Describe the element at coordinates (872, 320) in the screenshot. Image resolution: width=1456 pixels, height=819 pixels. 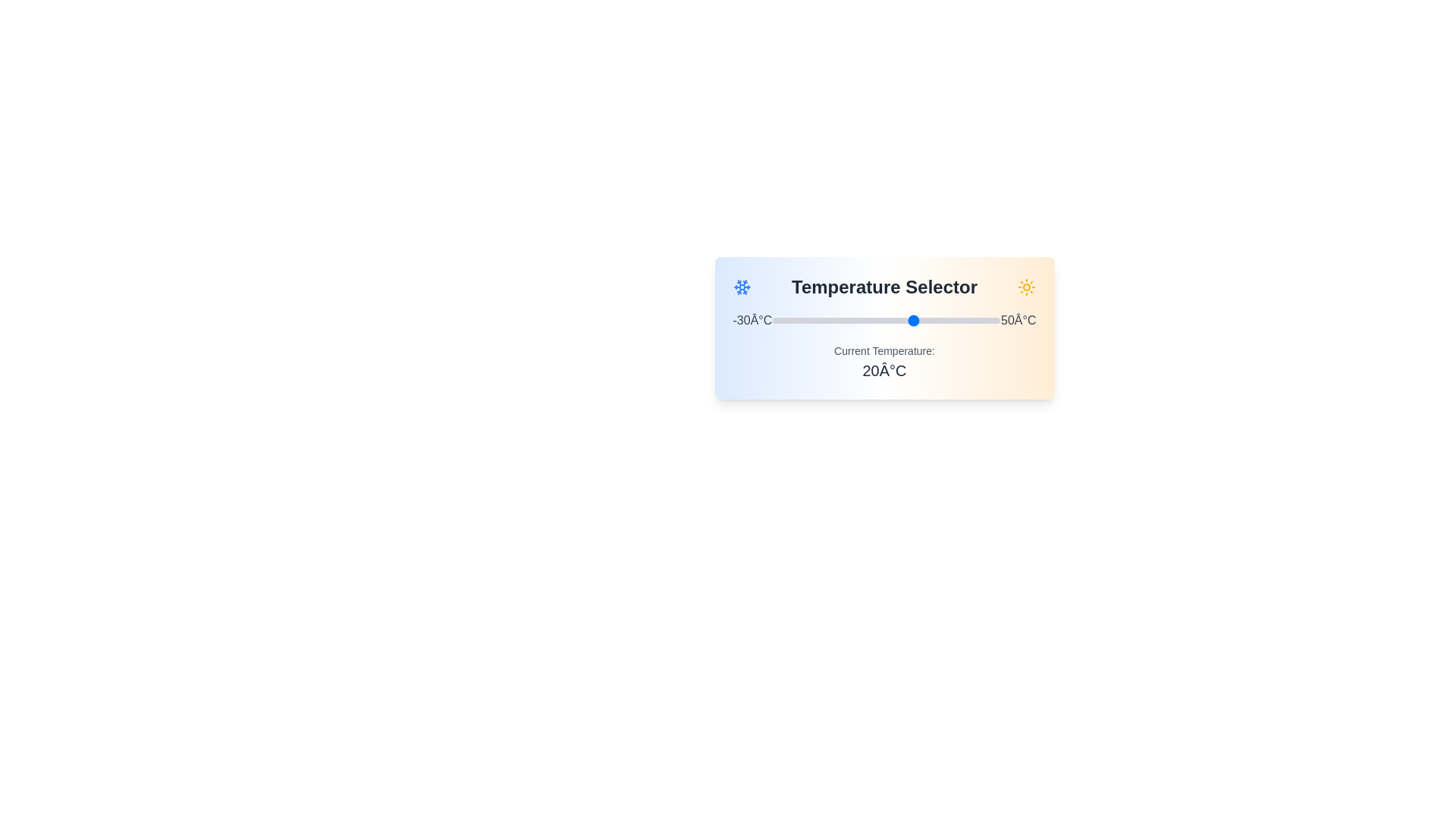
I see `the temperature` at that location.